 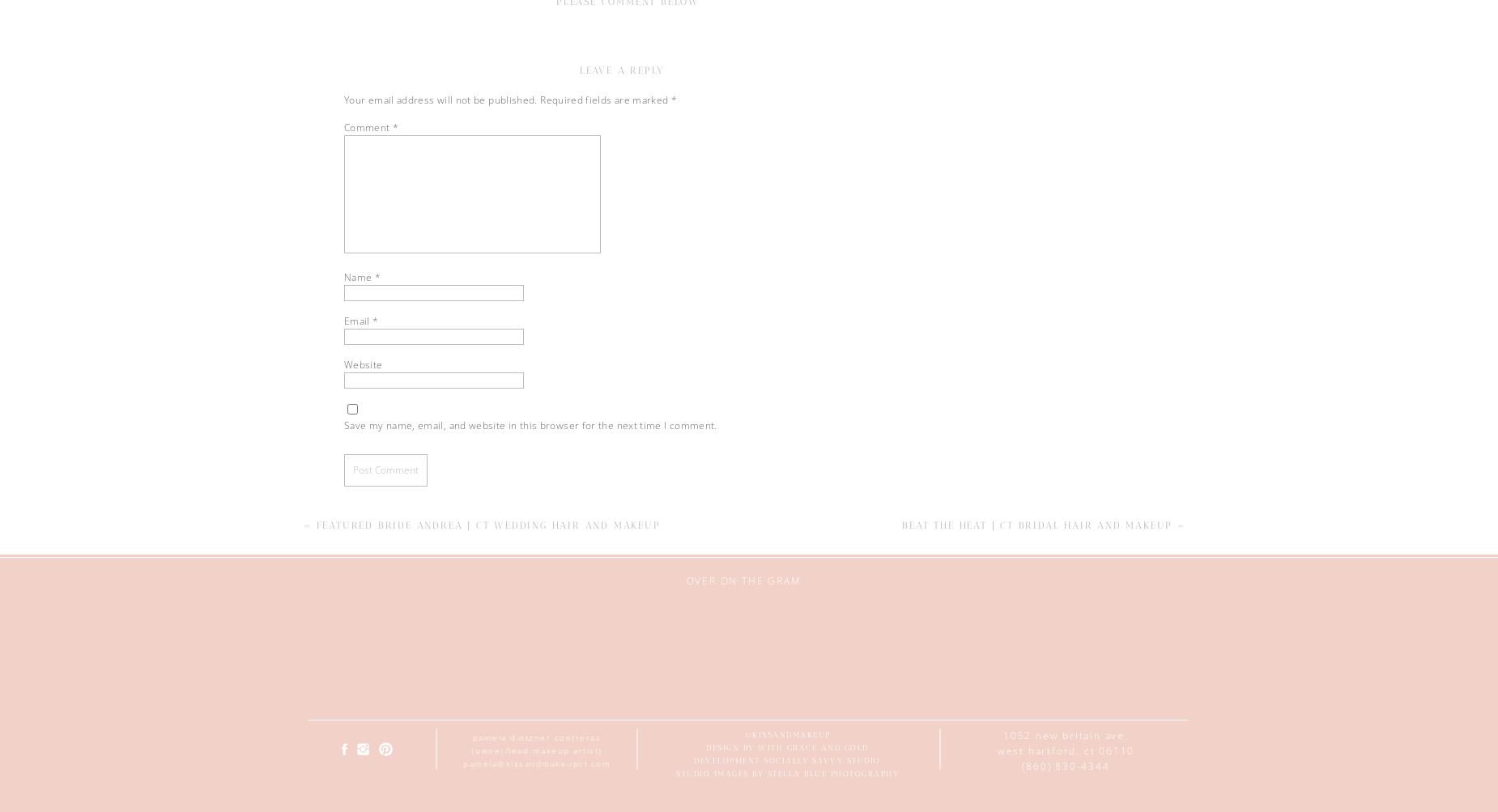 I want to click on 'West Hartford, CT 06110', so click(x=1065, y=750).